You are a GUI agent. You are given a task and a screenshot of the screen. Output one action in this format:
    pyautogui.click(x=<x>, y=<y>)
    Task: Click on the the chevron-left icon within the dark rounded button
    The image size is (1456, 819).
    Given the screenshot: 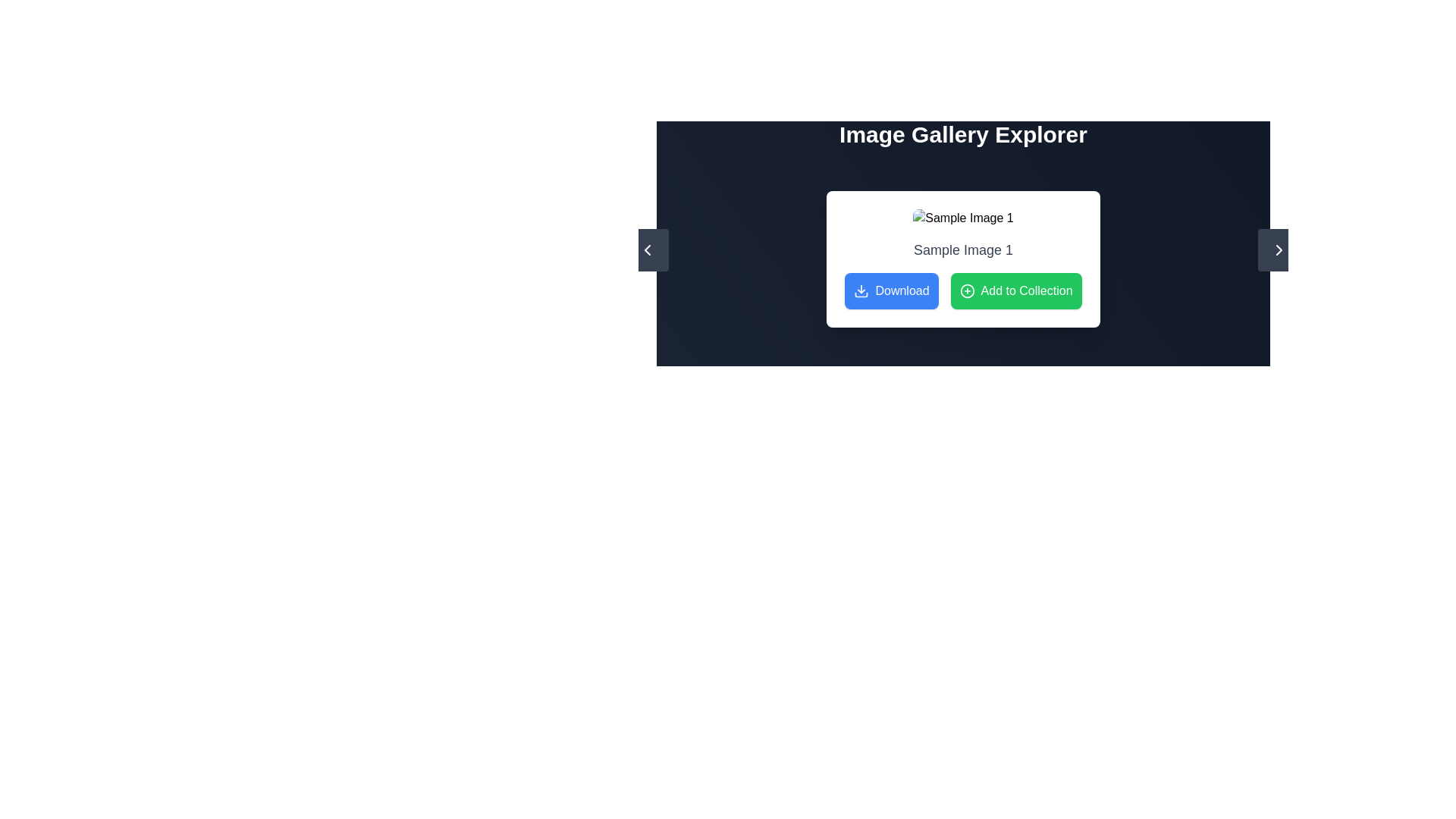 What is the action you would take?
    pyautogui.click(x=648, y=249)
    